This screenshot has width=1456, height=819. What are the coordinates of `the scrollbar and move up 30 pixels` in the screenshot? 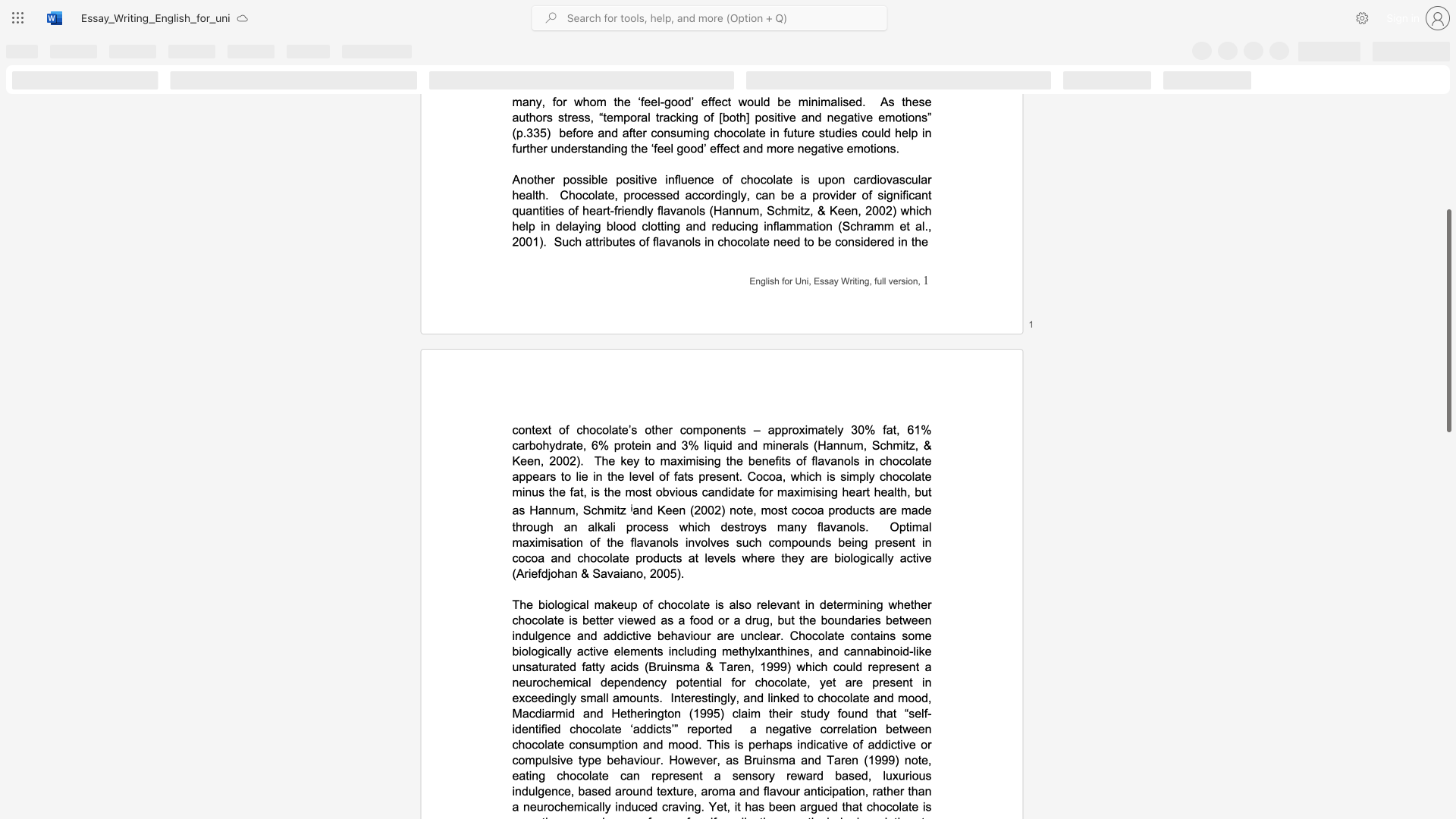 It's located at (1448, 320).